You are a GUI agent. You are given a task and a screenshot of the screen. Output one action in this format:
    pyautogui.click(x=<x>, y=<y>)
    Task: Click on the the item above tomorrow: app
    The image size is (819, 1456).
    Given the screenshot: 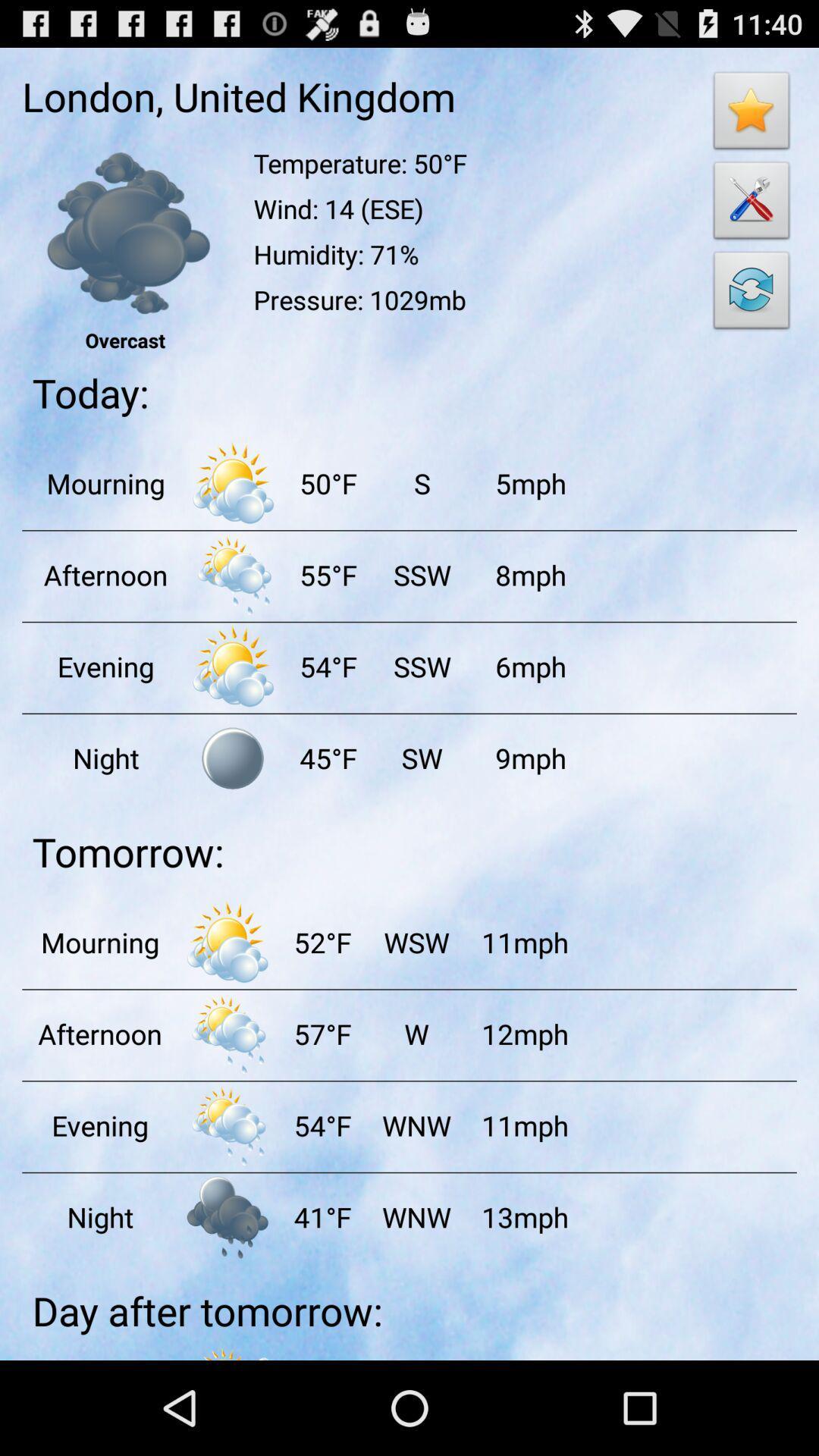 What is the action you would take?
    pyautogui.click(x=422, y=758)
    